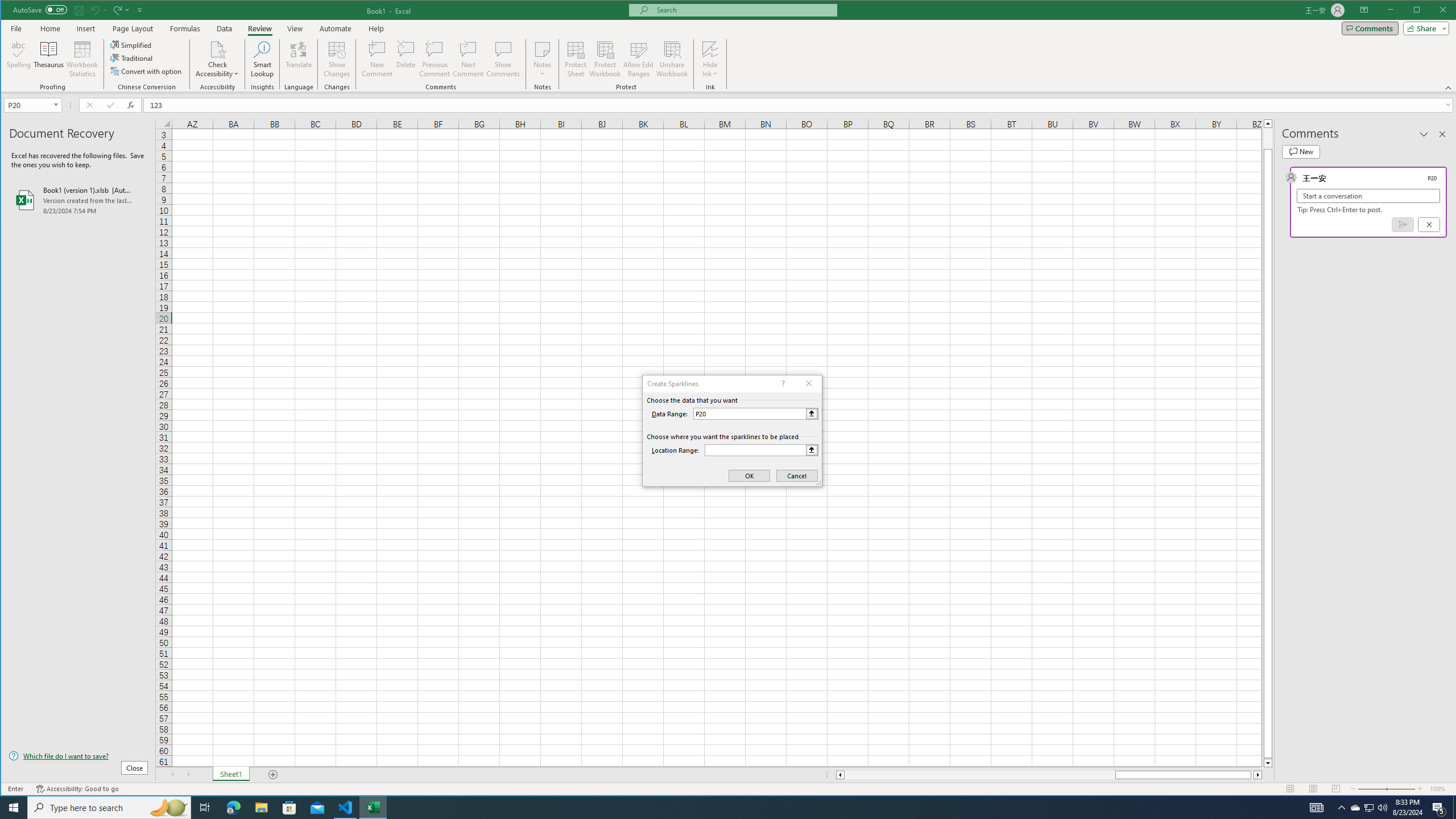 The width and height of the screenshot is (1456, 819). Describe the element at coordinates (77, 788) in the screenshot. I see `'Accessibility Checker Accessibility: Good to go'` at that location.